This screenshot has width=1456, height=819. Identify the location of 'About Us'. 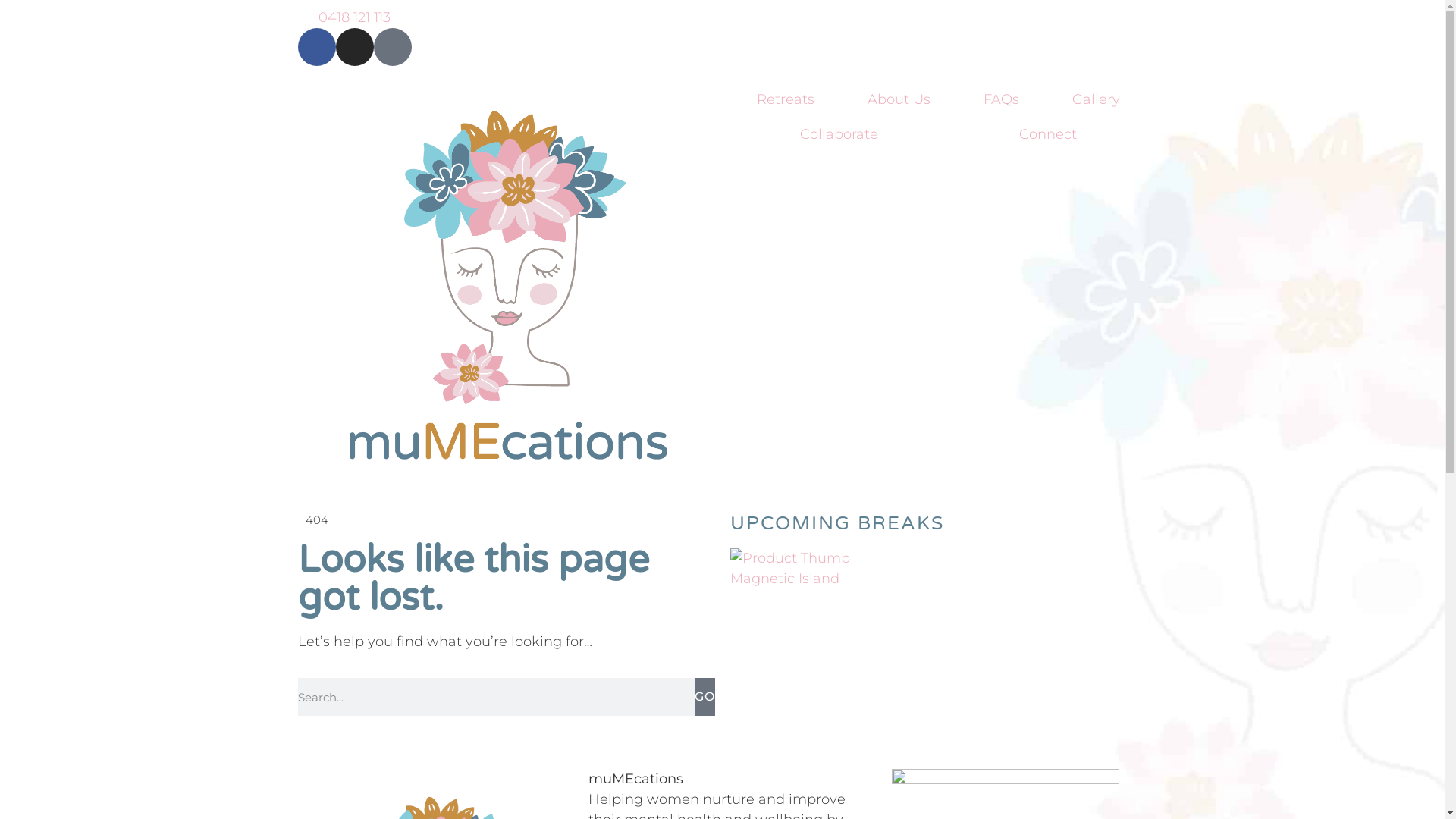
(899, 99).